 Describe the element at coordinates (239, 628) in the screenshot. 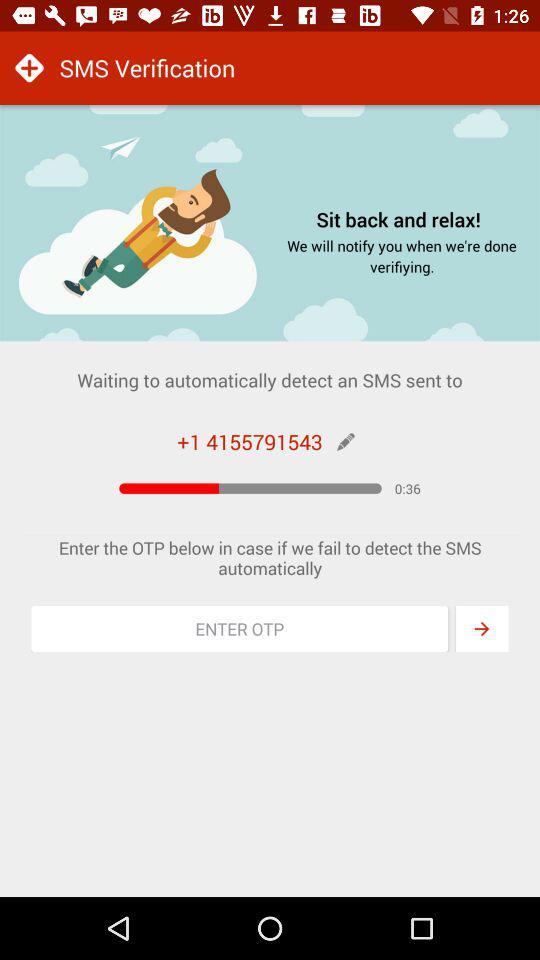

I see `otp section` at that location.